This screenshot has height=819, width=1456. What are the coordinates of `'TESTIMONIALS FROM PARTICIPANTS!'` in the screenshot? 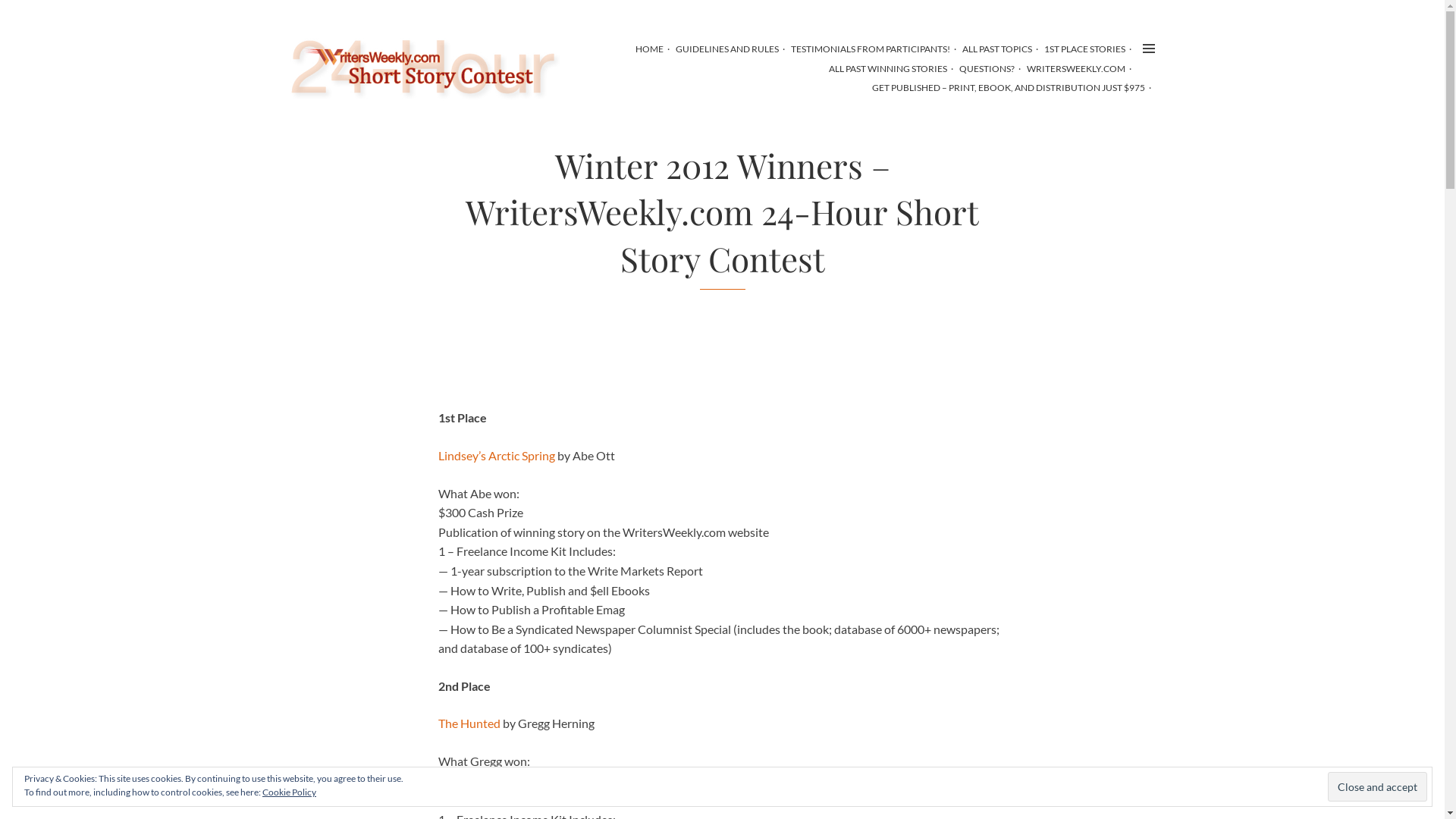 It's located at (870, 48).